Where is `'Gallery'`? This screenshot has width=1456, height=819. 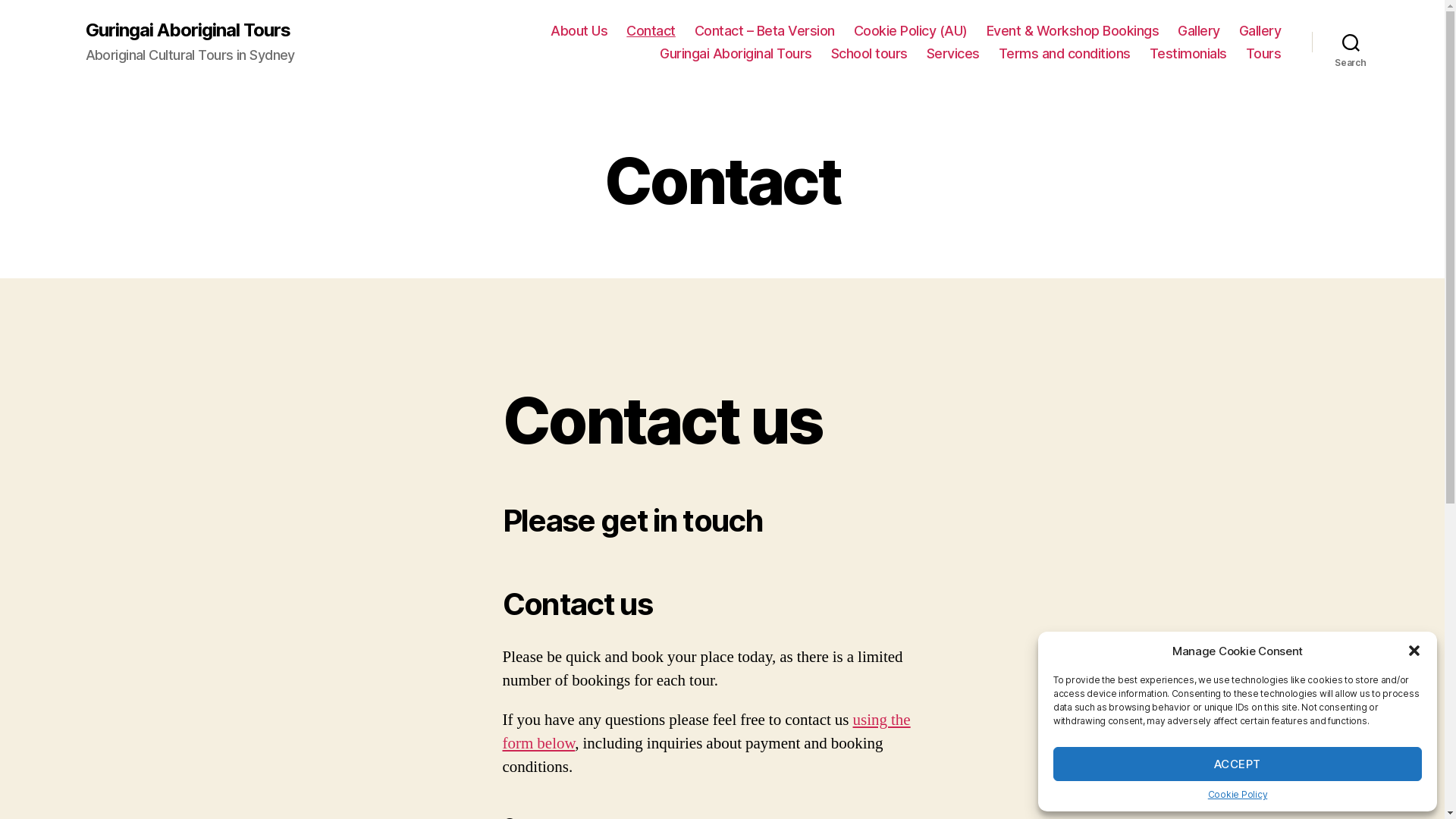
'Gallery' is located at coordinates (1197, 31).